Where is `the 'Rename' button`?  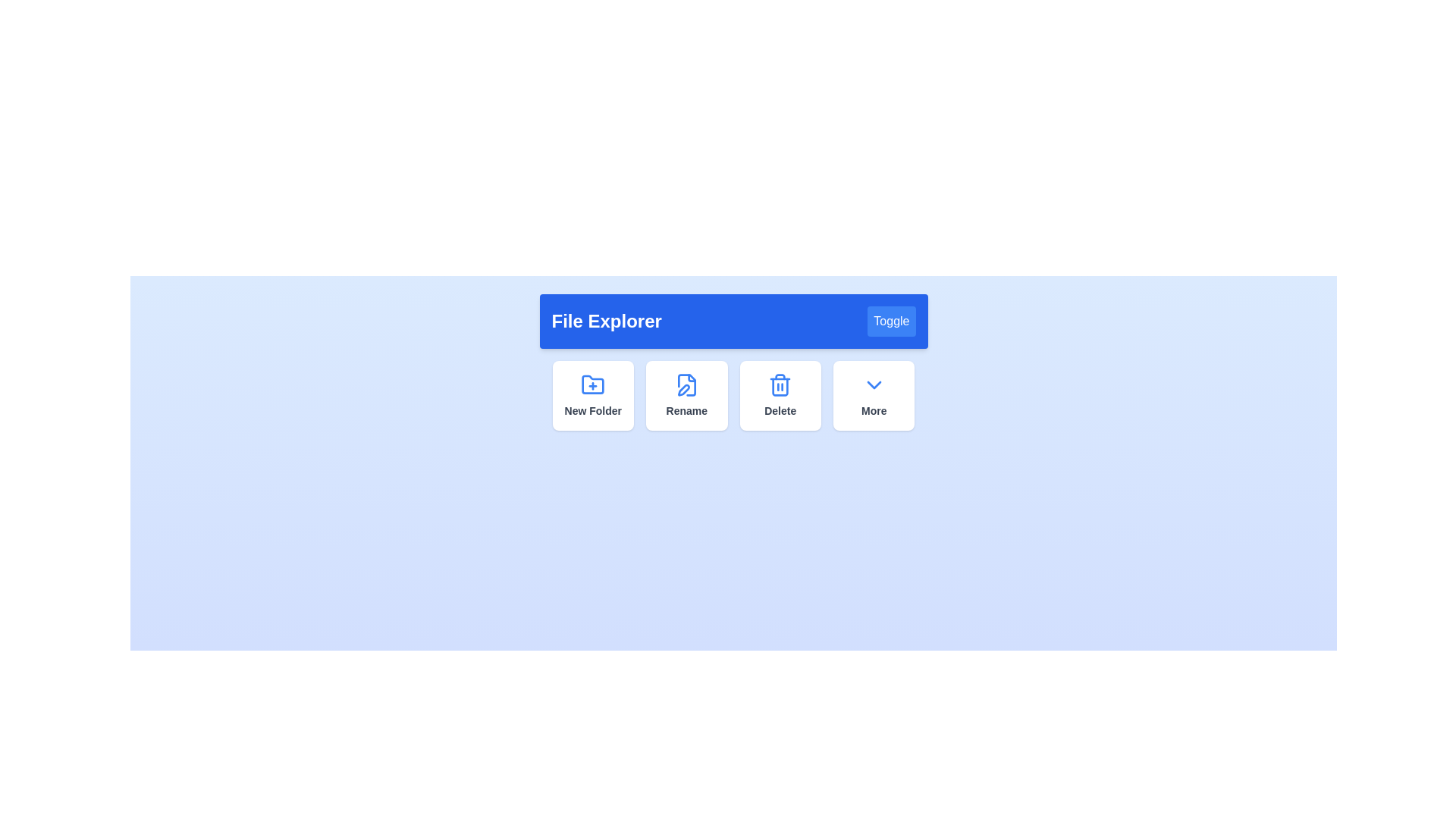
the 'Rename' button is located at coordinates (686, 394).